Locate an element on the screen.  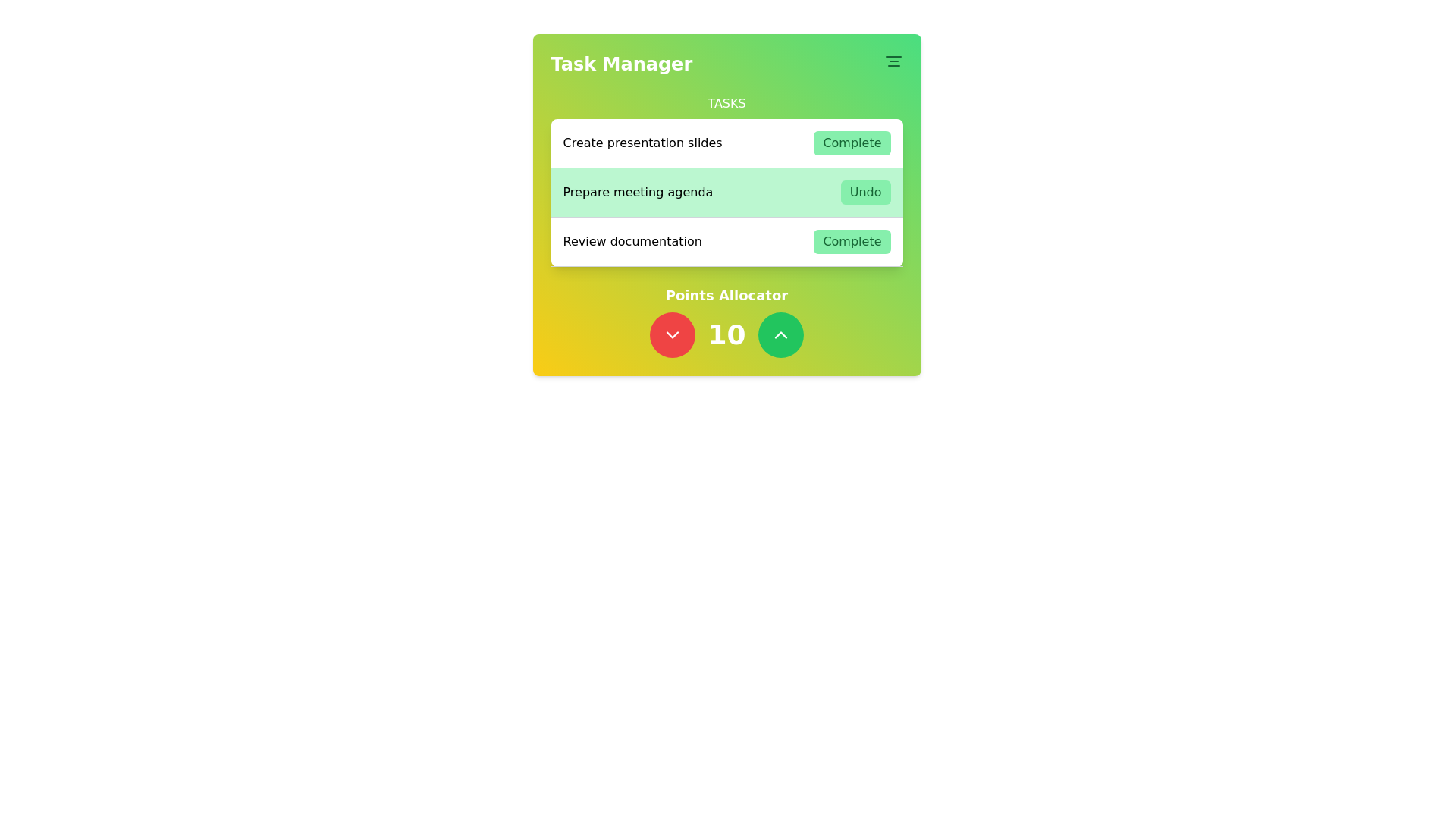
the numeric text displaying the value '10' in bold and large font, which is centered between two circular buttons in the 'Points Allocator' section is located at coordinates (726, 334).